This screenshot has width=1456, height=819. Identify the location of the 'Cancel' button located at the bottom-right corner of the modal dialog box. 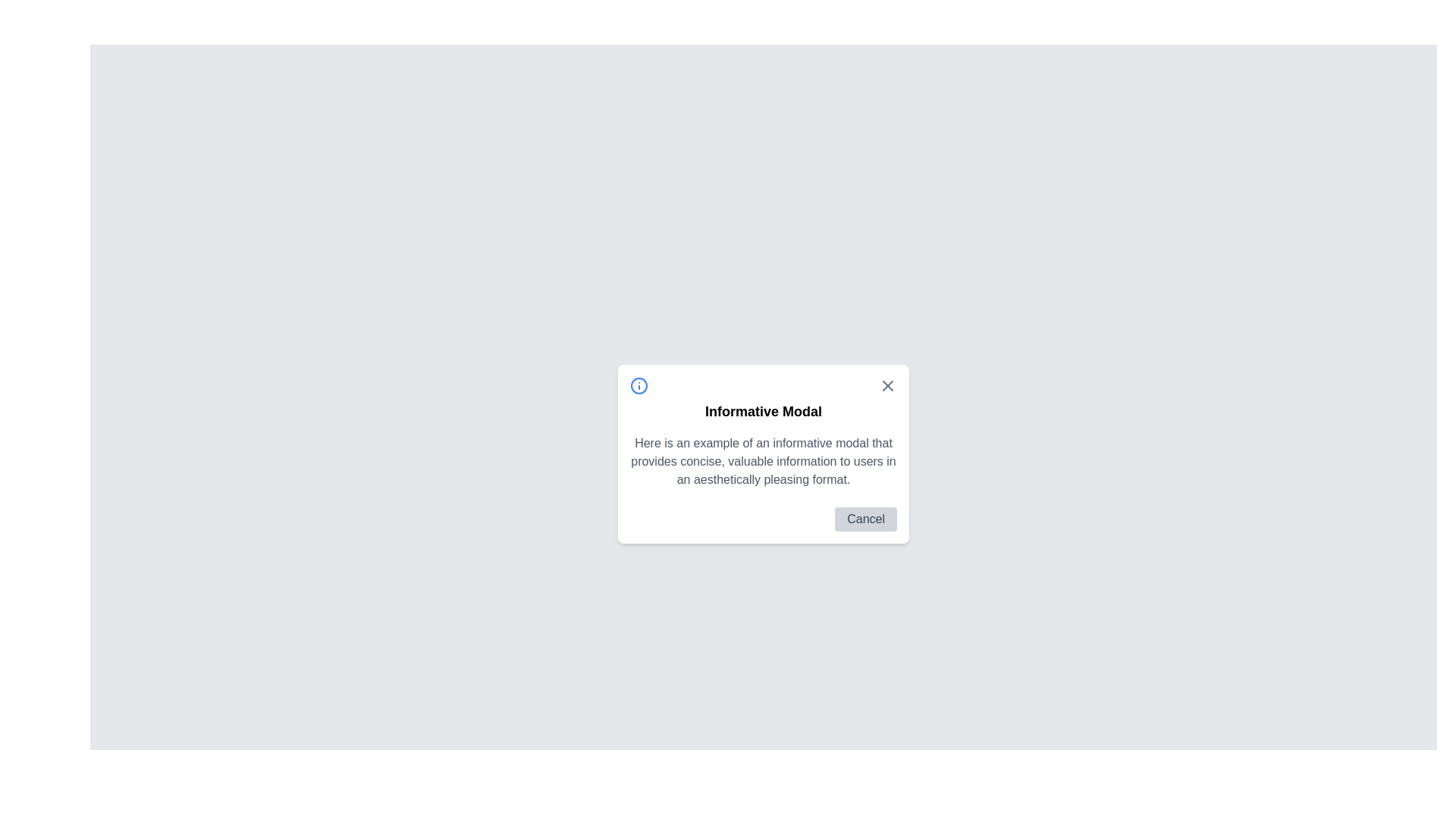
(866, 519).